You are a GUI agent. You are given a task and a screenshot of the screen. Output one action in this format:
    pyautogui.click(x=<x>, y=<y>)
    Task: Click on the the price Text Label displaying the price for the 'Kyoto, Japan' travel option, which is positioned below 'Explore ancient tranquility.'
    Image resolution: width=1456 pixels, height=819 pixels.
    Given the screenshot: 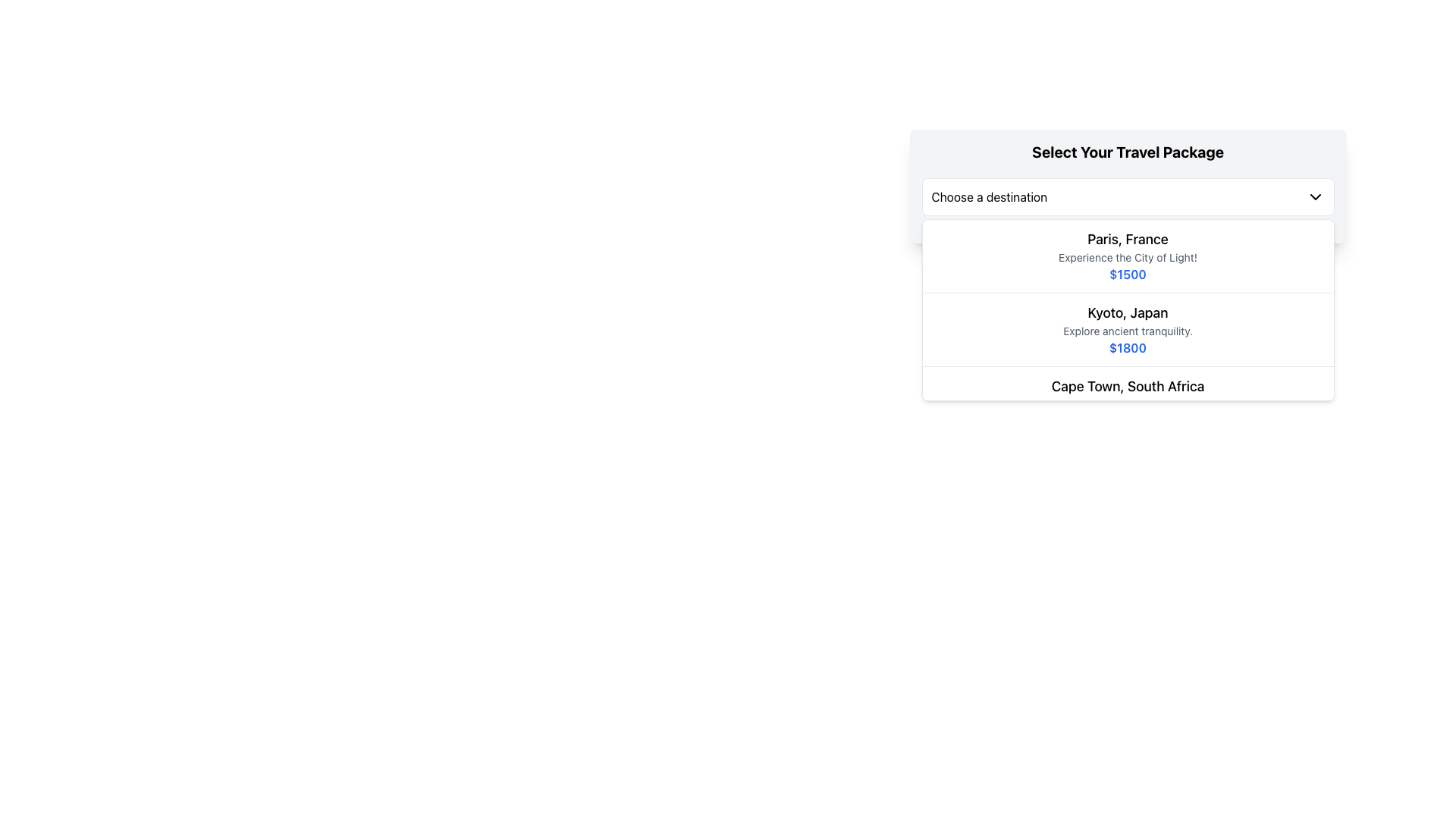 What is the action you would take?
    pyautogui.click(x=1128, y=348)
    